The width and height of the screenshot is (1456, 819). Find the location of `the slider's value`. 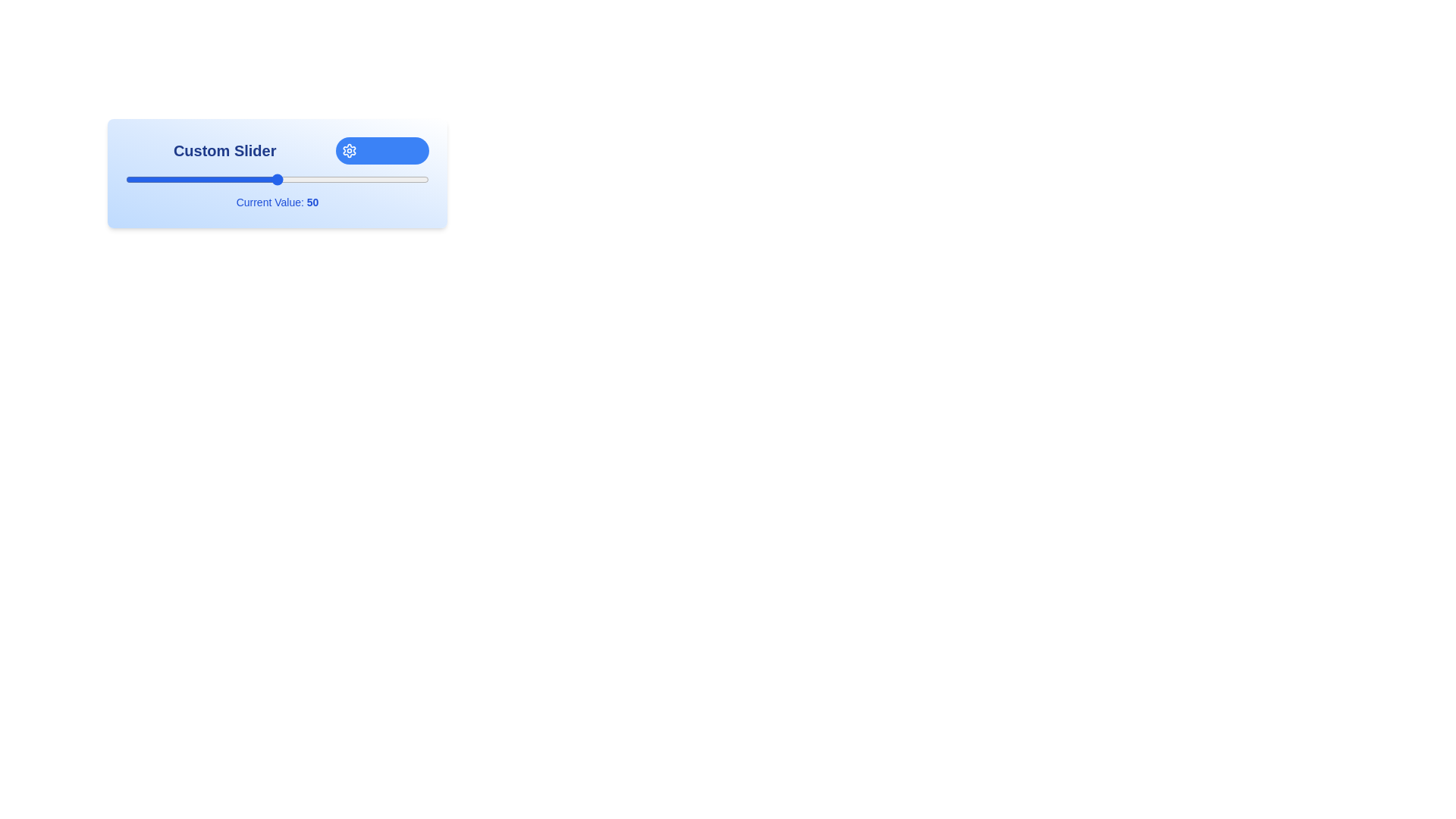

the slider's value is located at coordinates (331, 178).